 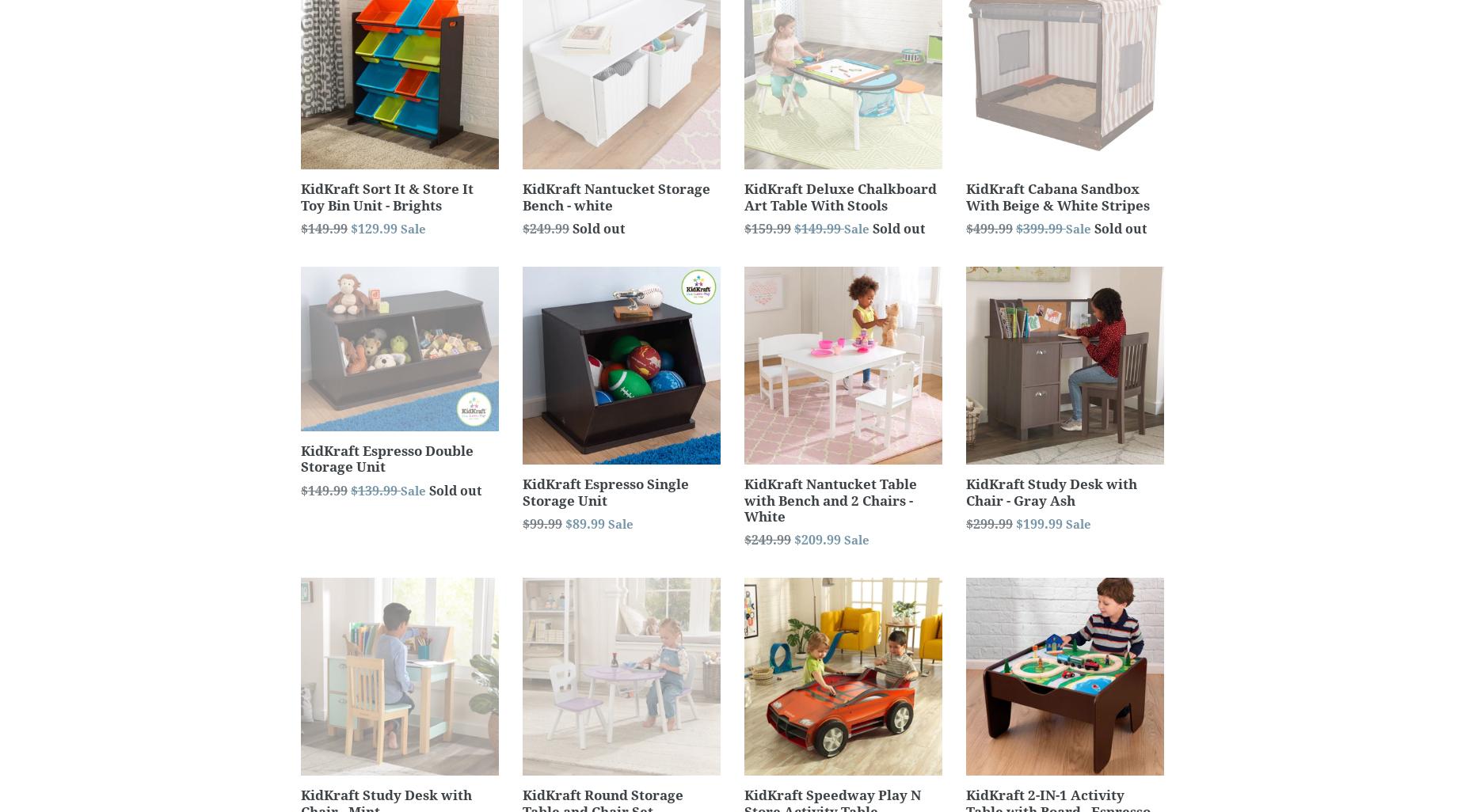 What do you see at coordinates (743, 228) in the screenshot?
I see `'$159.99'` at bounding box center [743, 228].